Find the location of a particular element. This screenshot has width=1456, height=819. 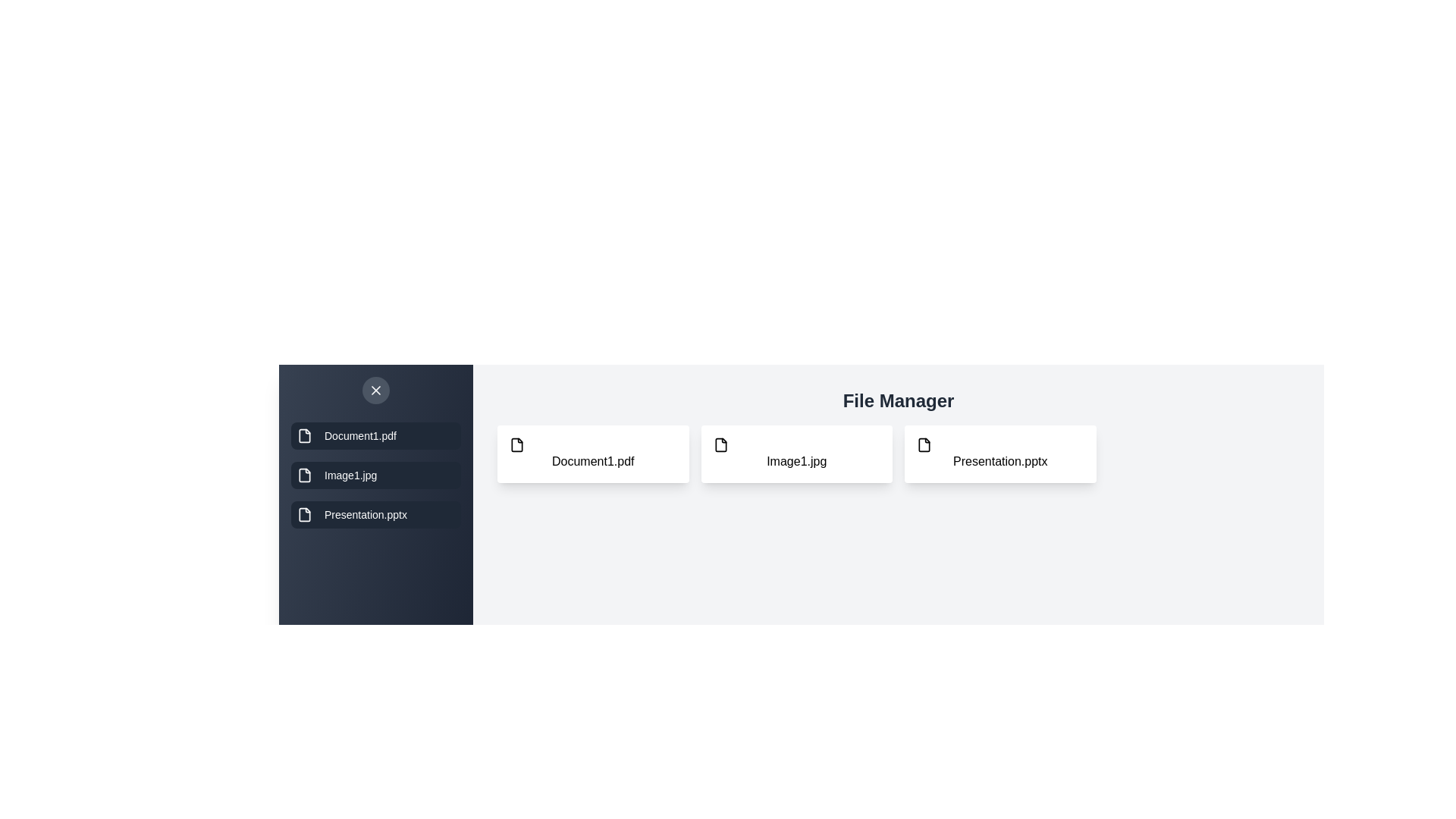

the file icon corresponding to Image1.jpg to inspect it is located at coordinates (796, 453).